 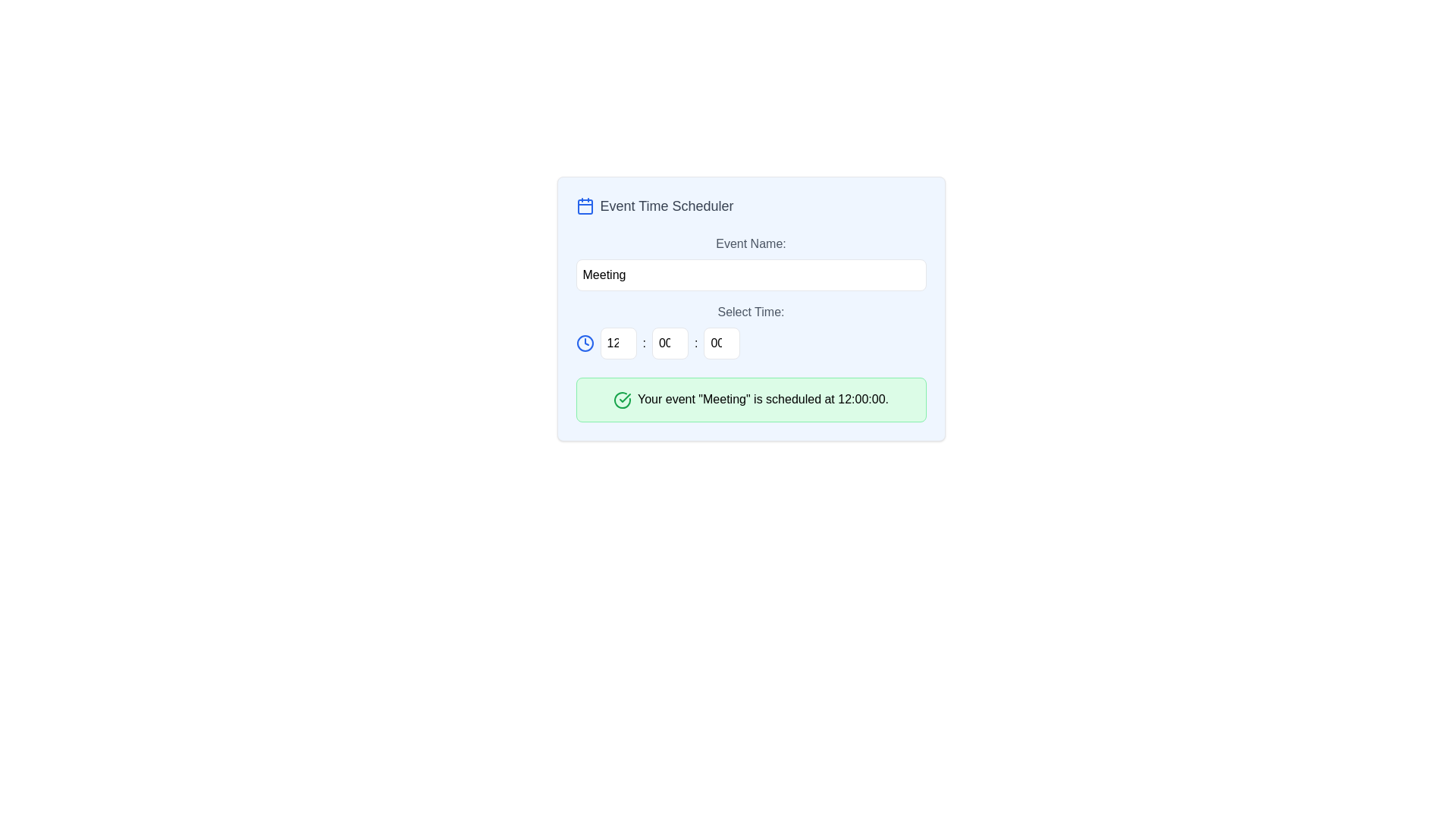 What do you see at coordinates (622, 399) in the screenshot?
I see `the success confirmation icon located within the notification box below the event details section` at bounding box center [622, 399].